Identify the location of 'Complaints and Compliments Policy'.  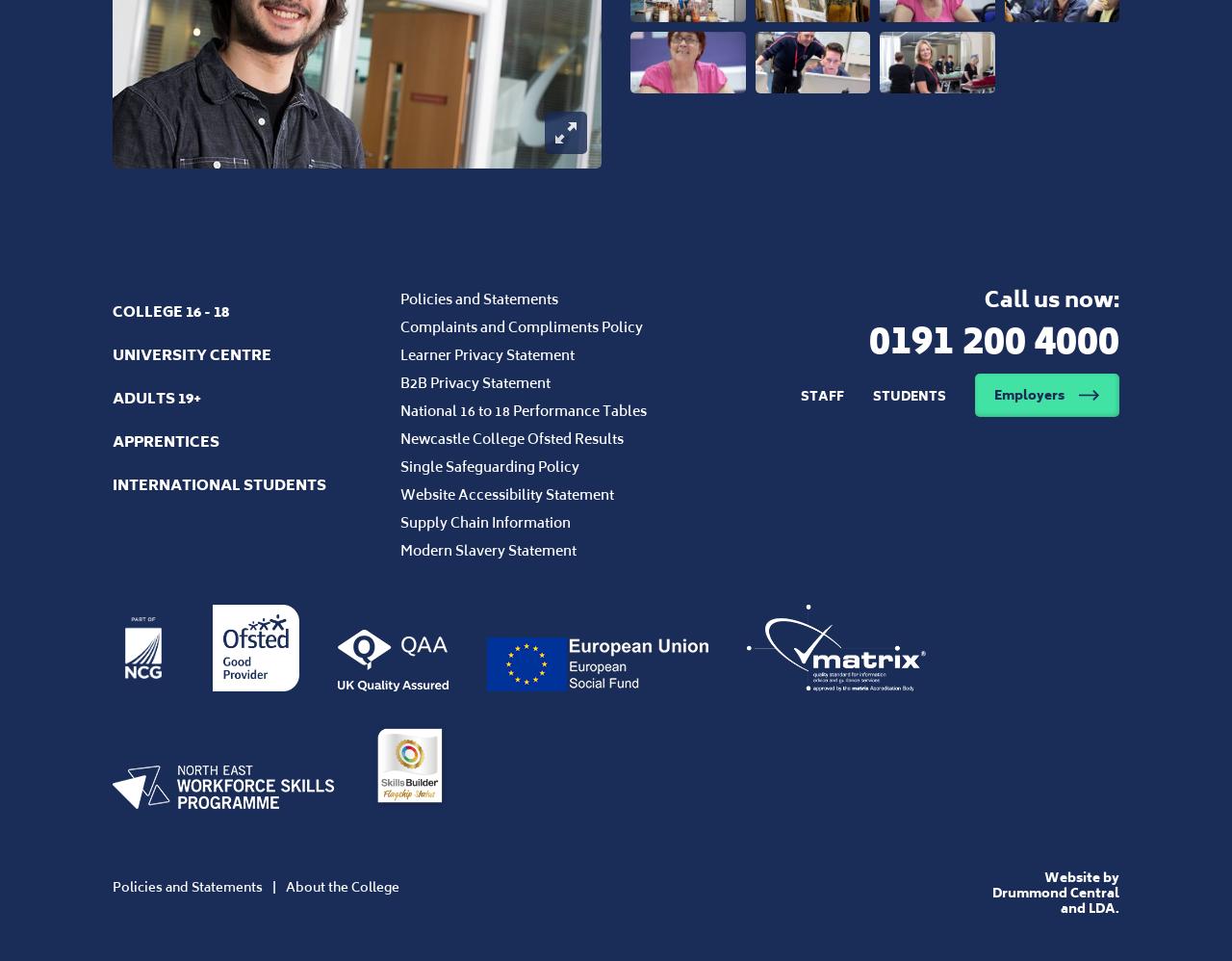
(521, 325).